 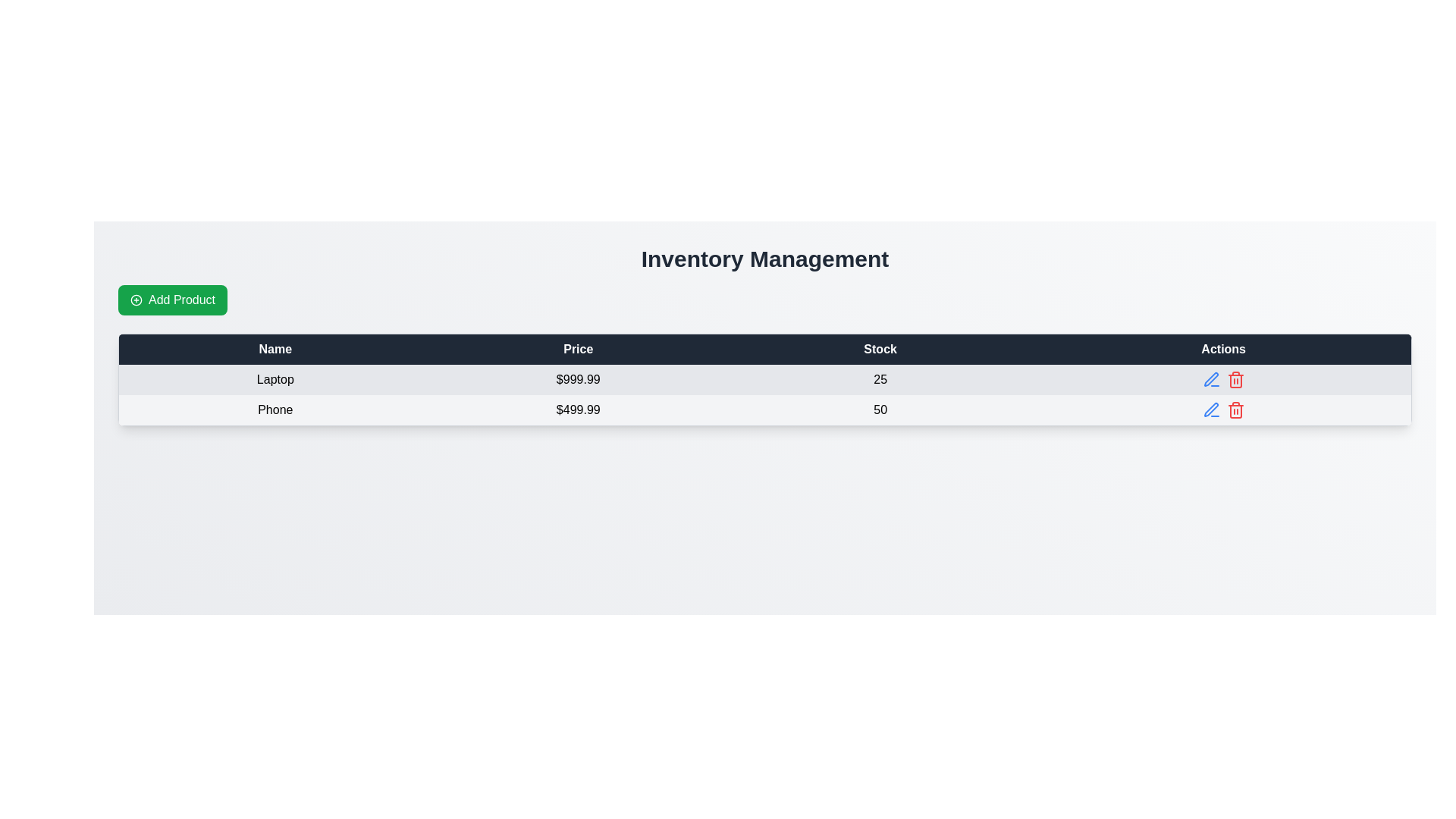 What do you see at coordinates (880, 379) in the screenshot?
I see `the Text label that displays the stock count of the 'Laptop' item in the inventory table, located in the third column of the first row under the 'Stock' header` at bounding box center [880, 379].